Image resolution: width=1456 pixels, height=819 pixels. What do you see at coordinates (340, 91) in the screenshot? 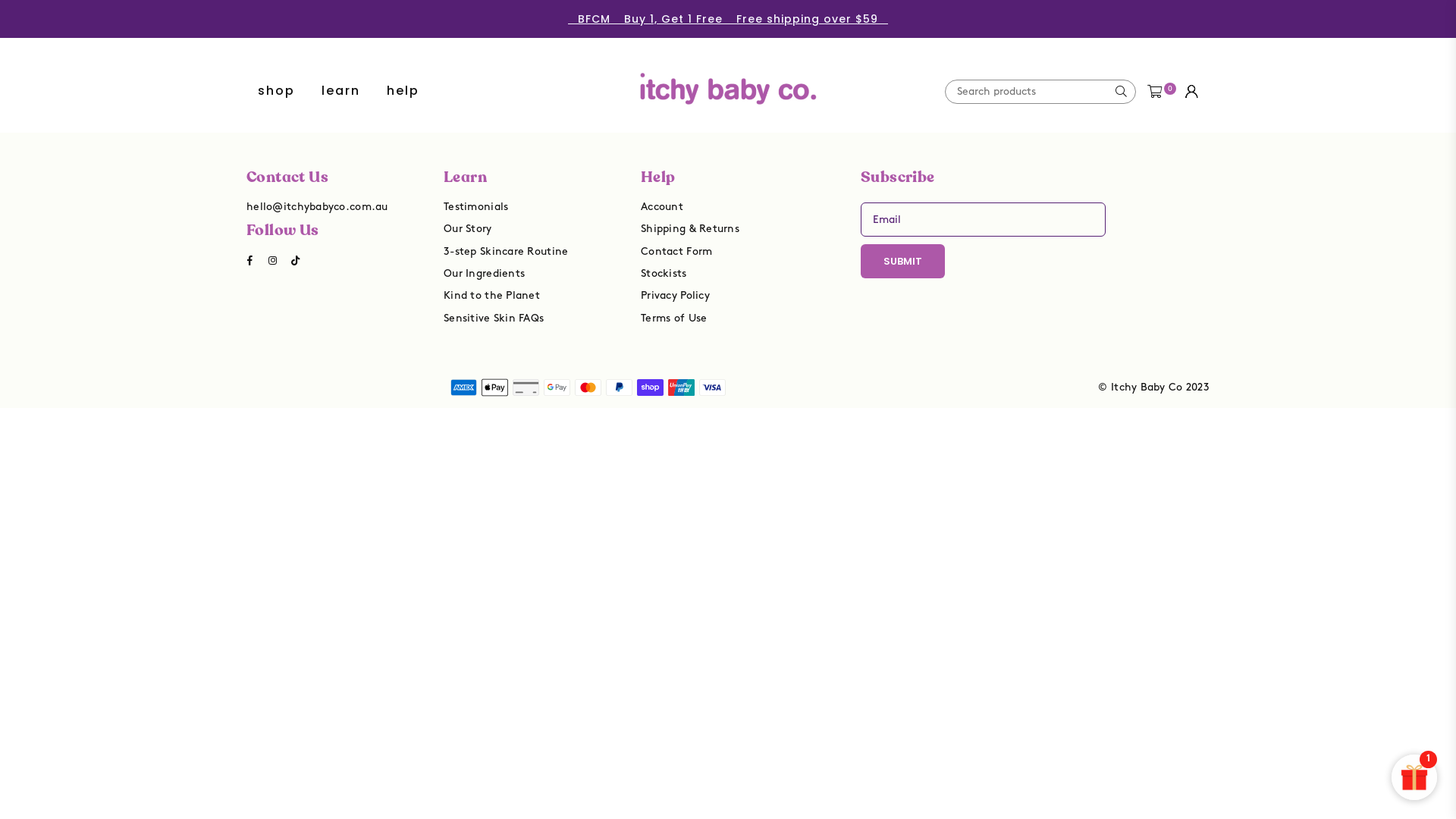
I see `'learn'` at bounding box center [340, 91].